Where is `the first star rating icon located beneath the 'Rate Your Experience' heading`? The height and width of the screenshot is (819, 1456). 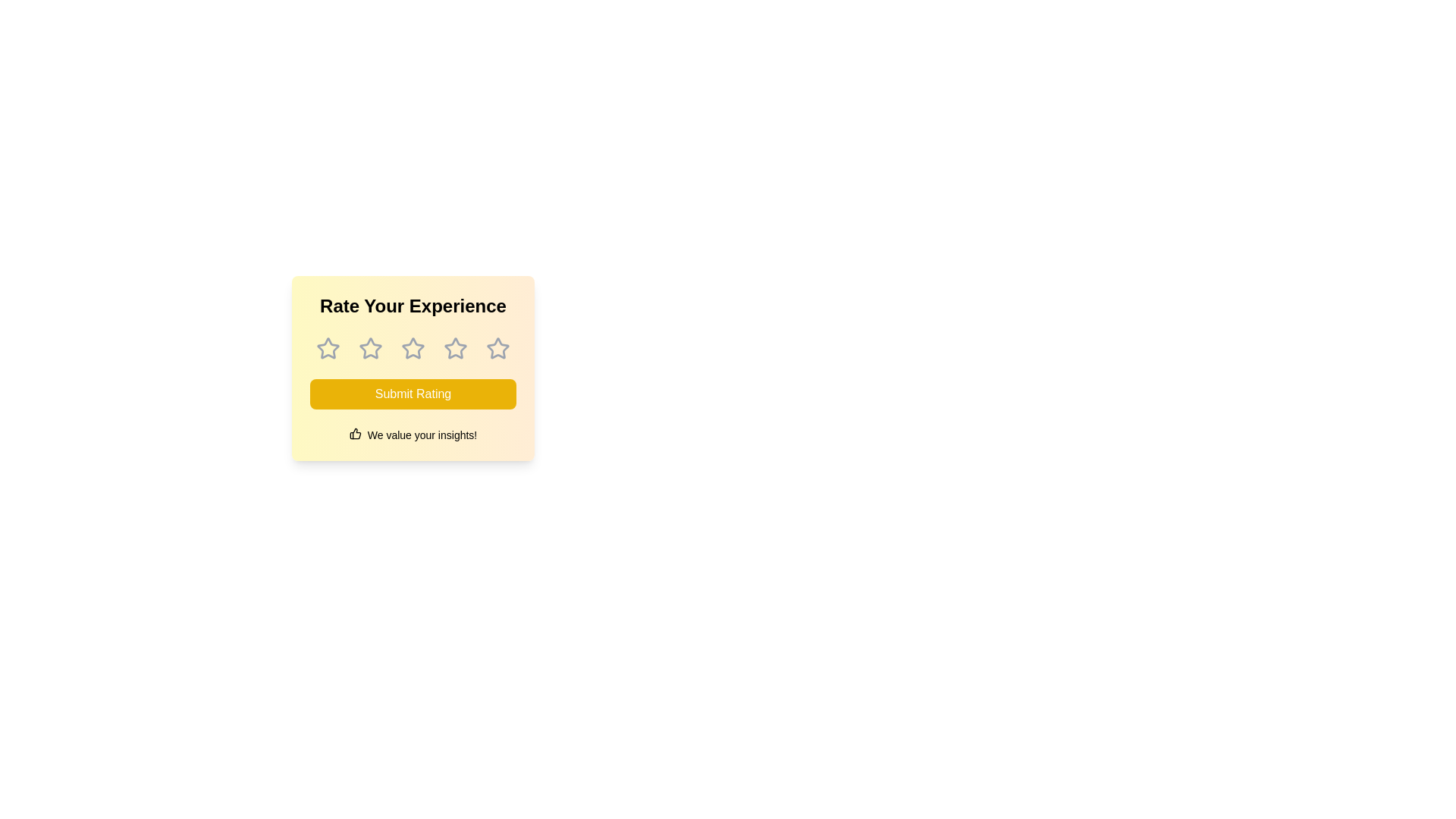
the first star rating icon located beneath the 'Rate Your Experience' heading is located at coordinates (327, 348).